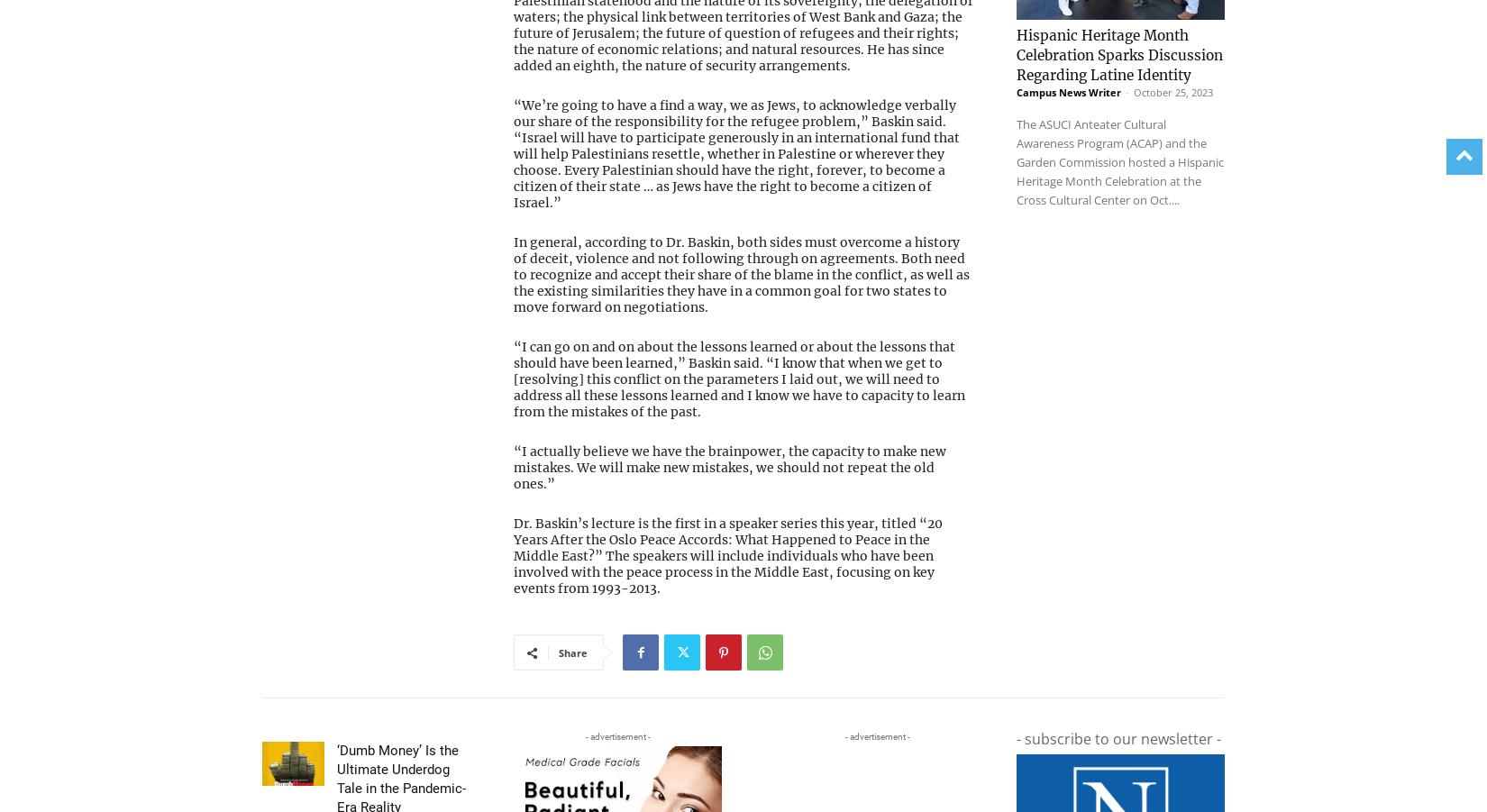 Image resolution: width=1487 pixels, height=812 pixels. What do you see at coordinates (1172, 54) in the screenshot?
I see `'October 25, 2023'` at bounding box center [1172, 54].